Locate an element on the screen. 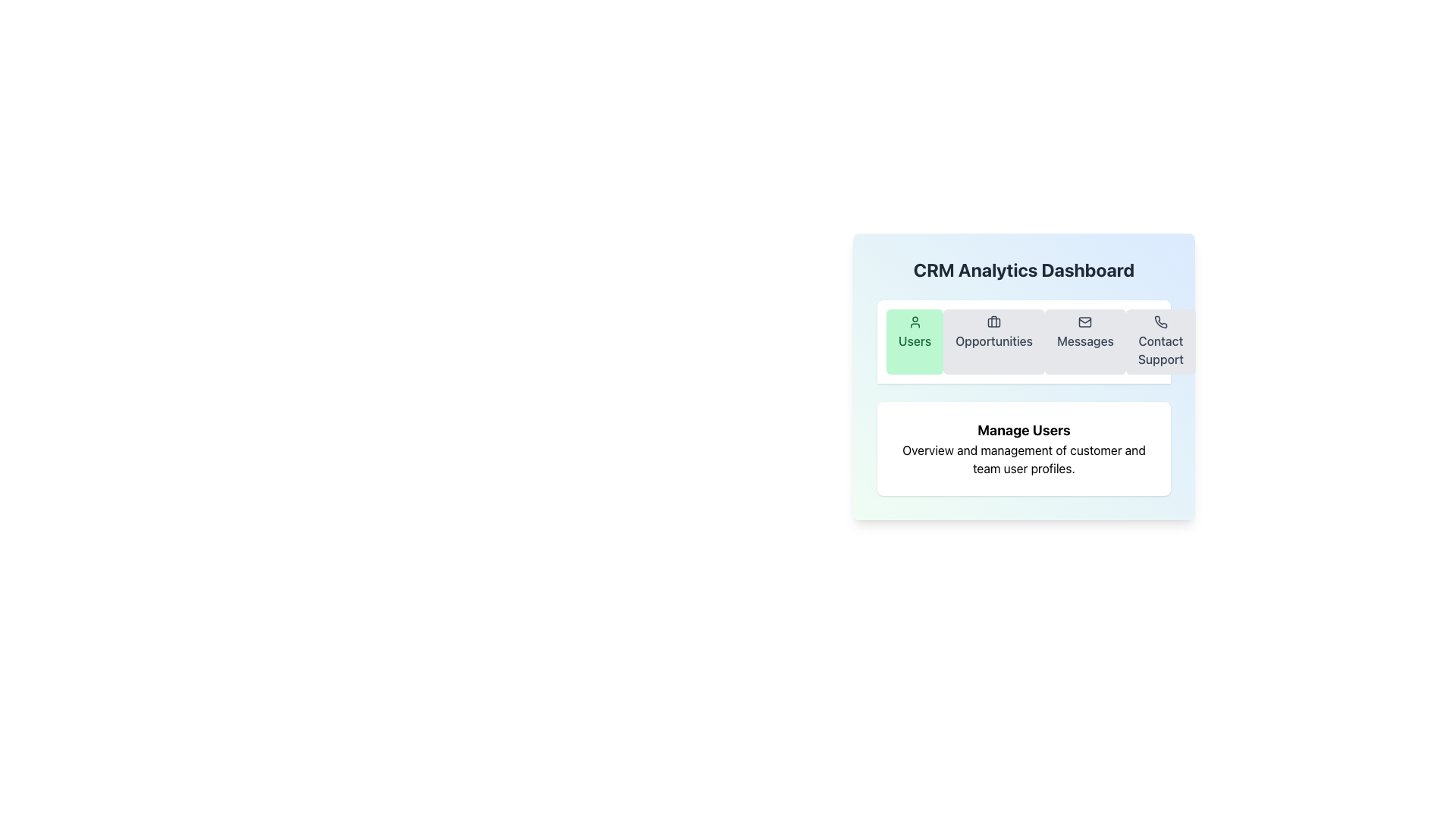 This screenshot has width=1456, height=819. the descriptive text located under the 'Manage Users' heading that reads: 'Overview and management of customer and team user profiles.' is located at coordinates (1024, 458).